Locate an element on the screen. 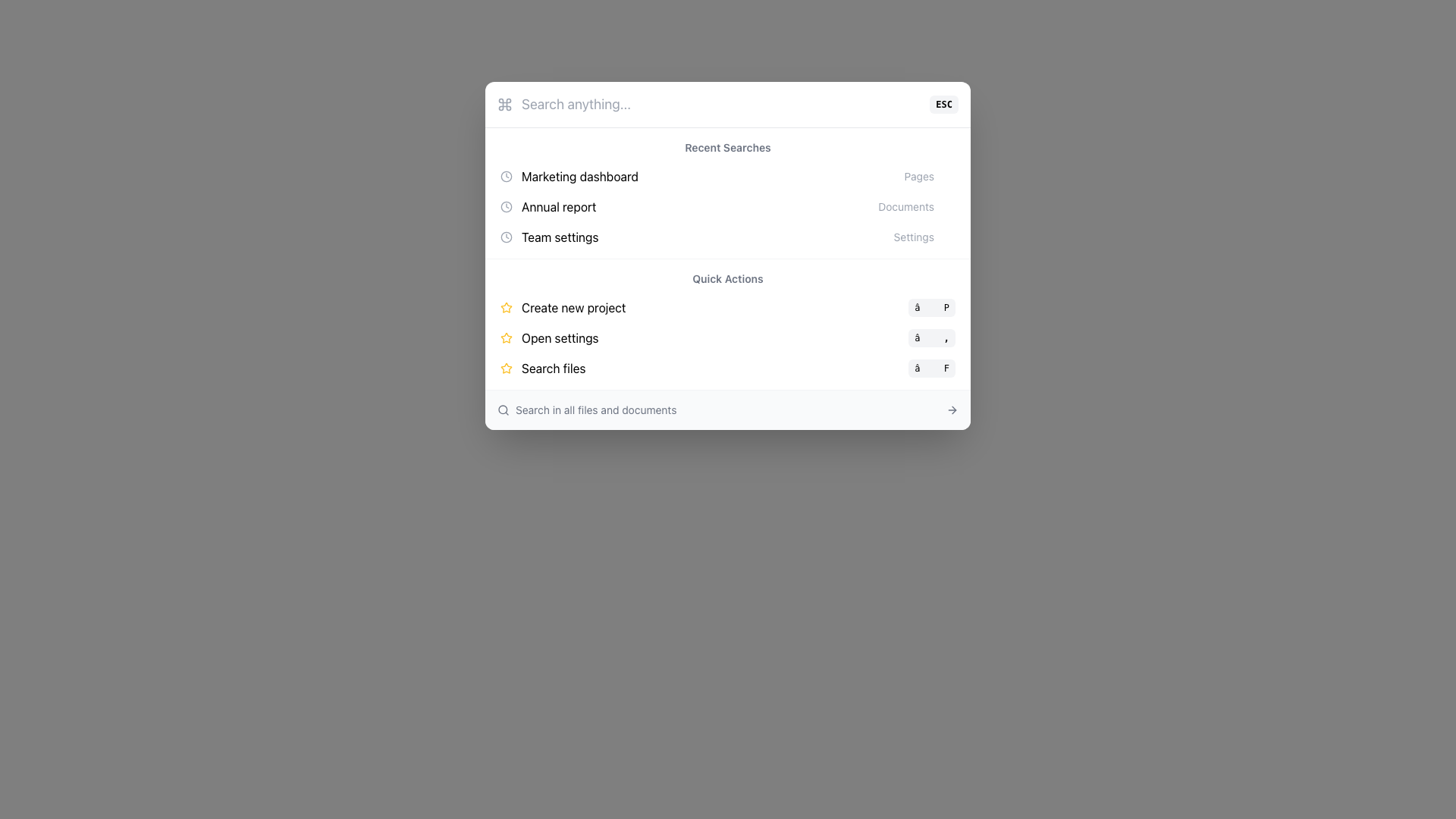 This screenshot has height=819, width=1456. the search input field located at the bottom of the modal to input search queries using the keyboard is located at coordinates (728, 409).